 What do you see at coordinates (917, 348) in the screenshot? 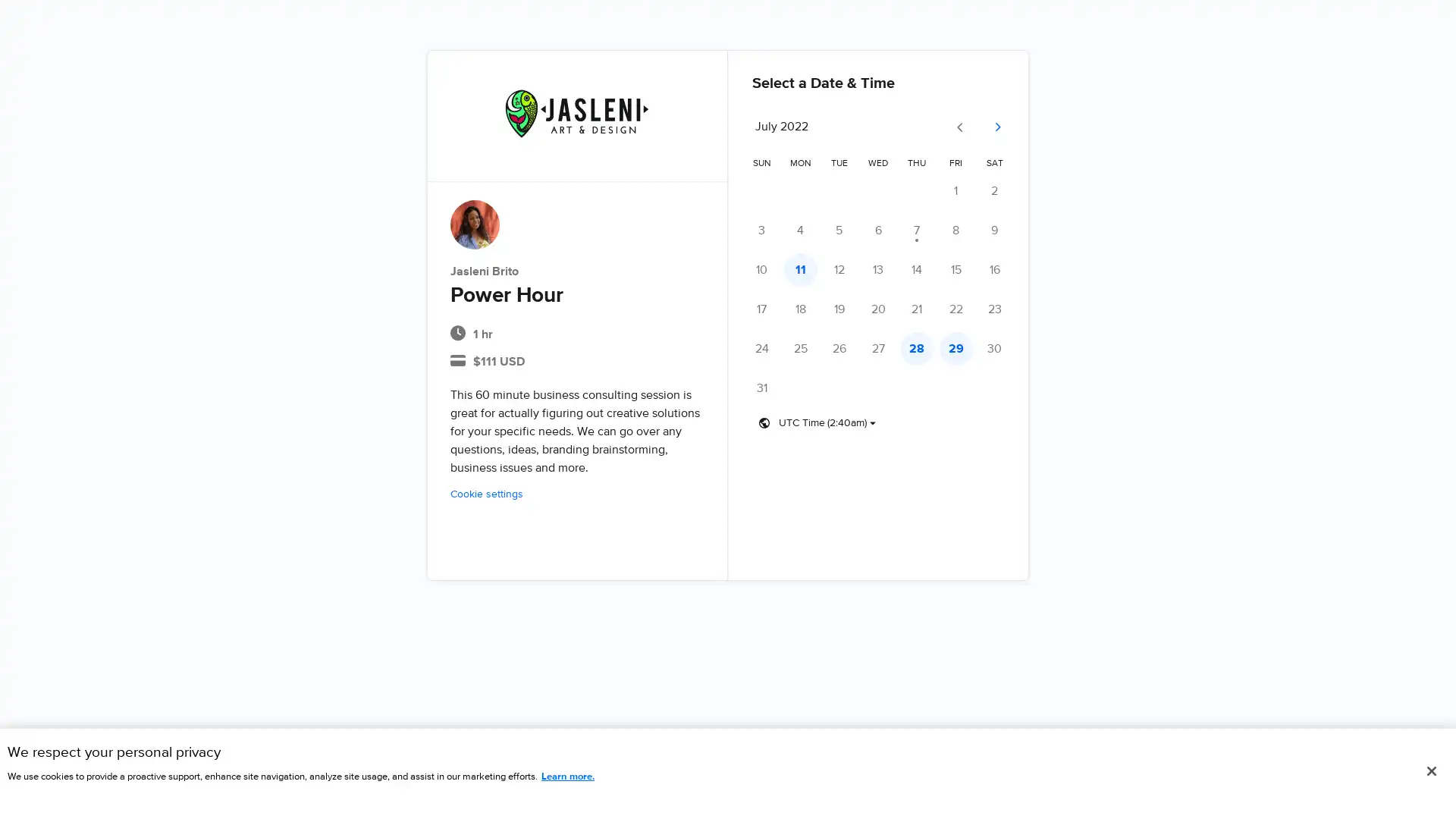
I see `Thursday, July 28 - Times available` at bounding box center [917, 348].